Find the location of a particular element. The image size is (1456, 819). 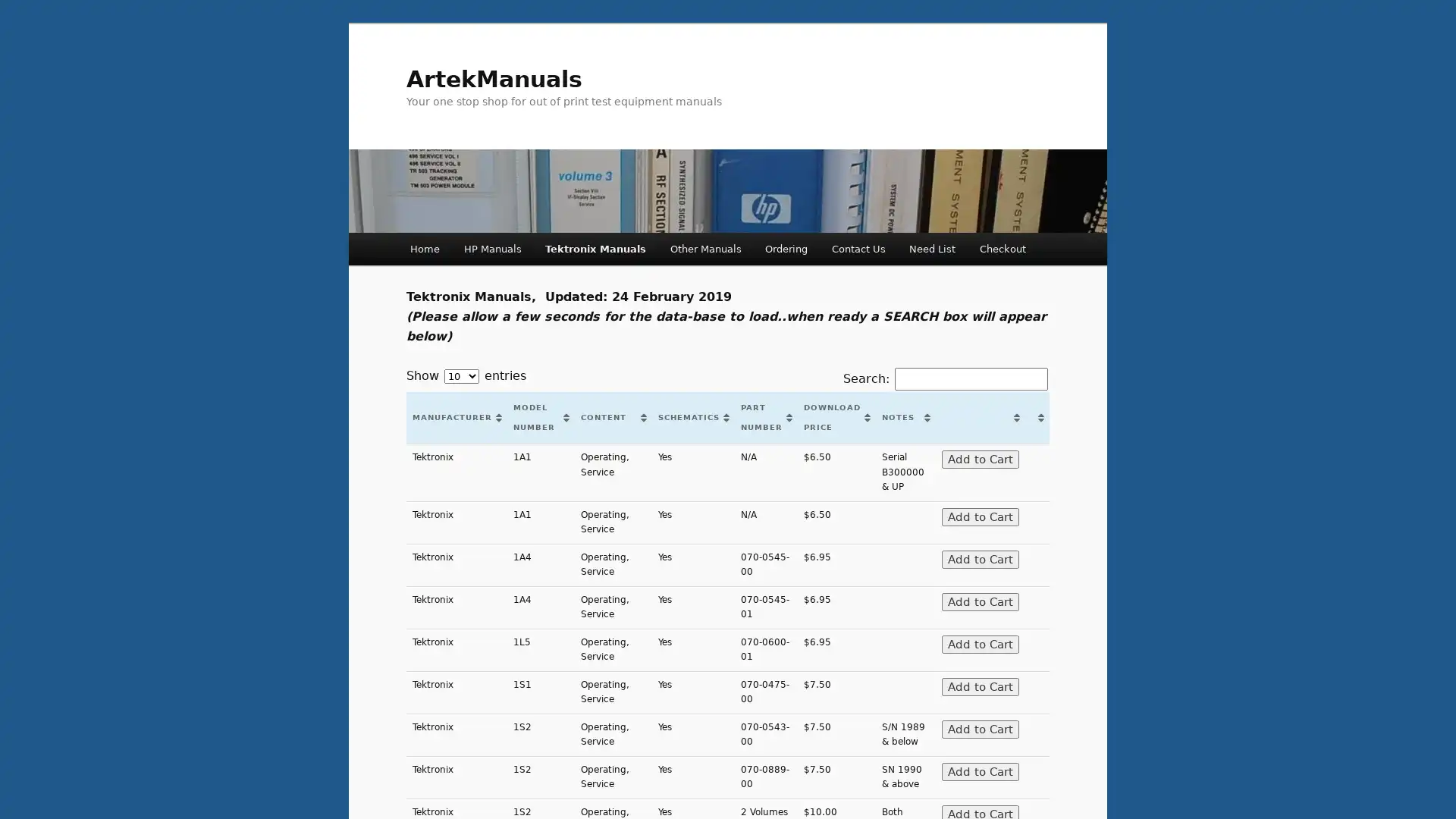

Add to Cart is located at coordinates (979, 516).